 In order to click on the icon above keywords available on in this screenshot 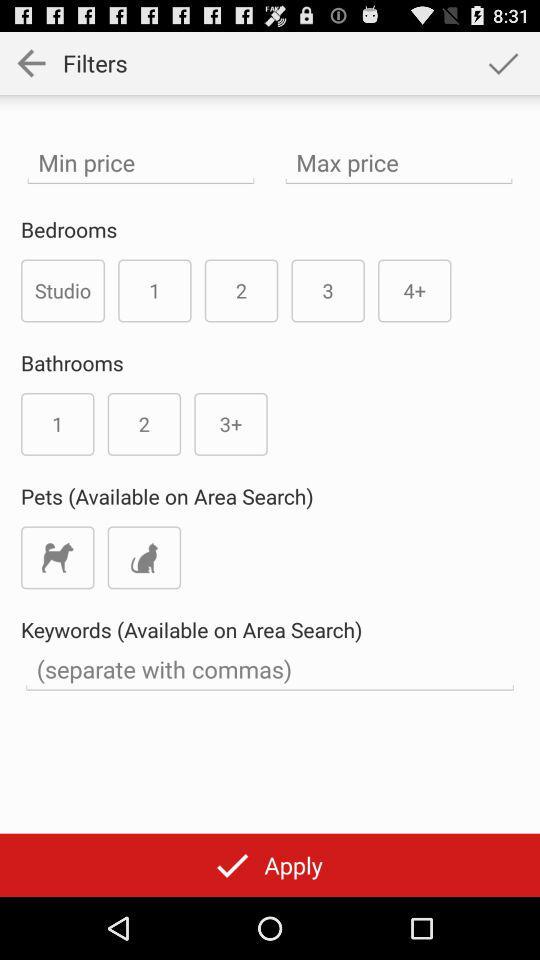, I will do `click(143, 557)`.